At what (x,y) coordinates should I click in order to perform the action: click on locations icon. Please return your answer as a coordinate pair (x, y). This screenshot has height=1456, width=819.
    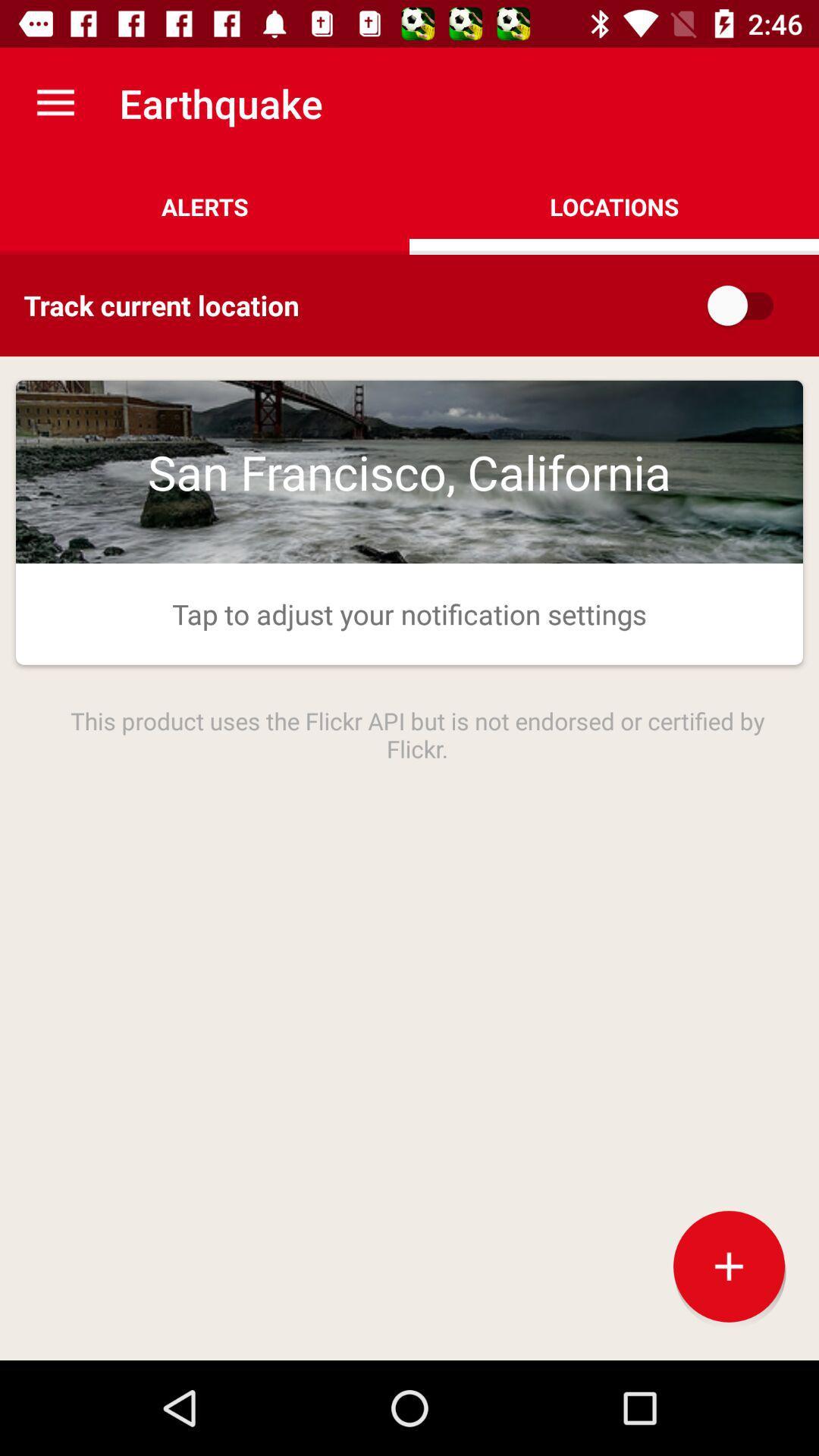
    Looking at the image, I should click on (614, 206).